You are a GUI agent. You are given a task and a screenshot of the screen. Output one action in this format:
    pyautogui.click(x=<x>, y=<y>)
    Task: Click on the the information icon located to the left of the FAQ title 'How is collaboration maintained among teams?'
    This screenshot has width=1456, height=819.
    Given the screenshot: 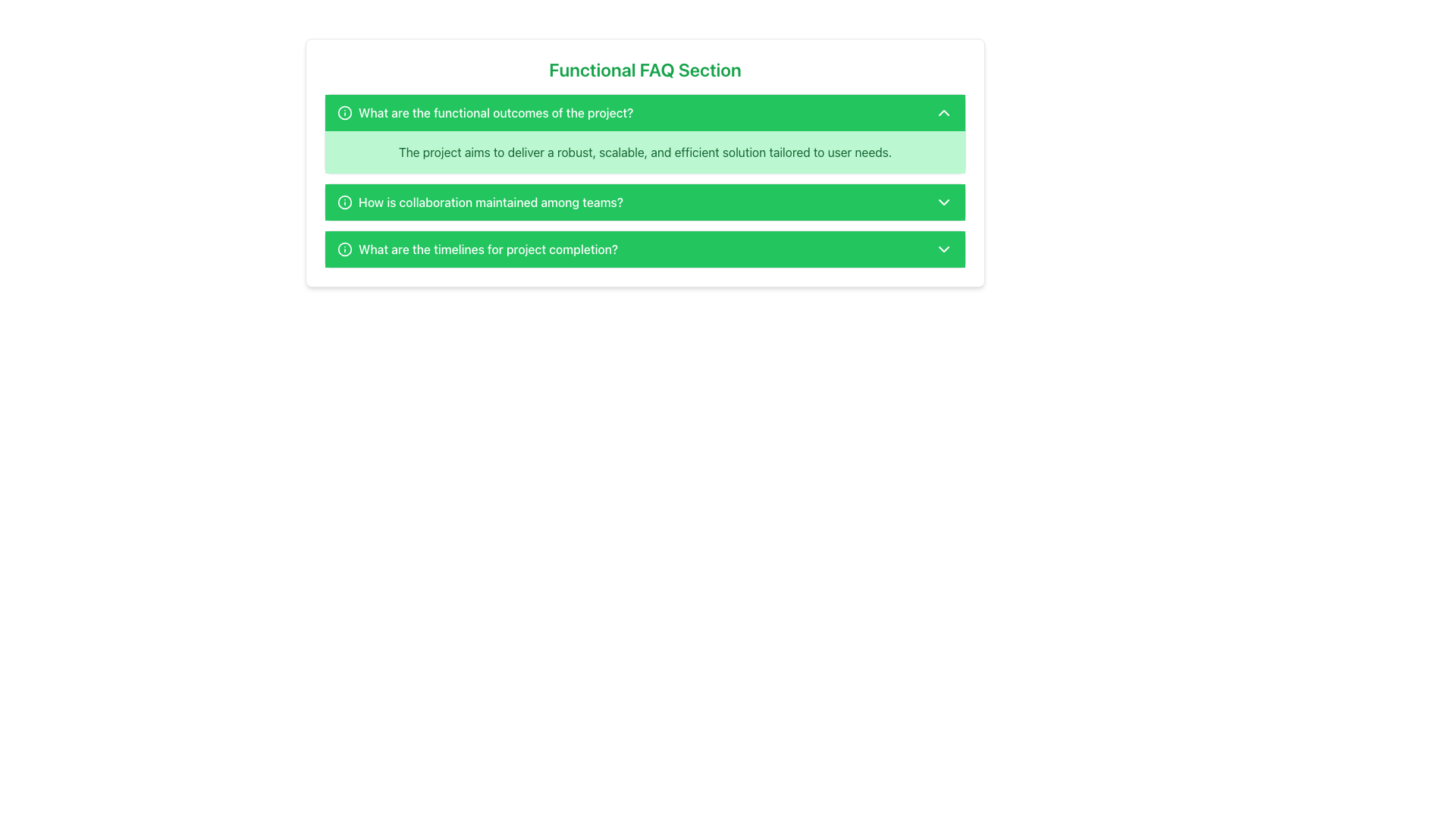 What is the action you would take?
    pyautogui.click(x=344, y=201)
    